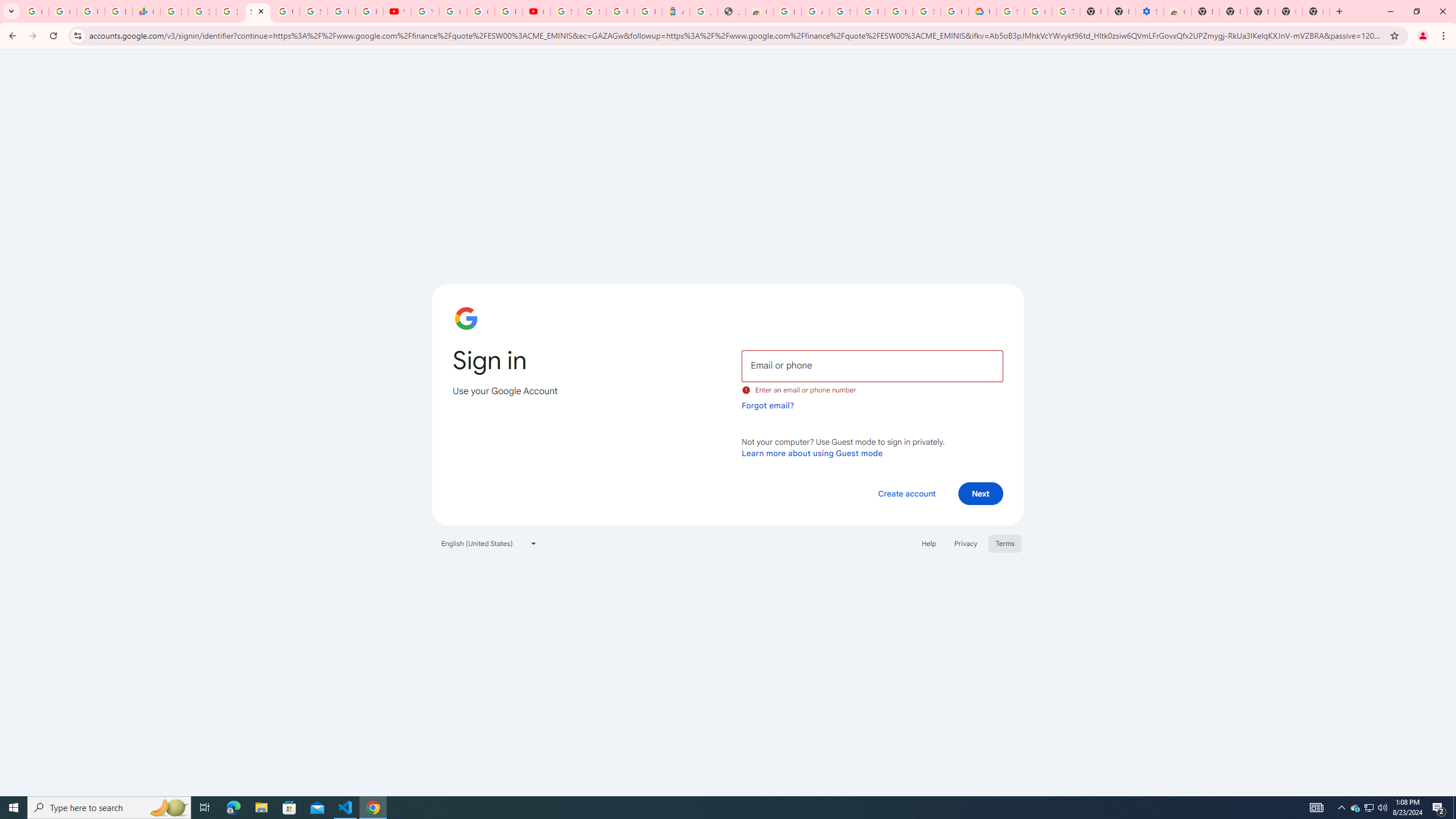  What do you see at coordinates (1177, 11) in the screenshot?
I see `'Chrome Web Store - Accessibility extensions'` at bounding box center [1177, 11].